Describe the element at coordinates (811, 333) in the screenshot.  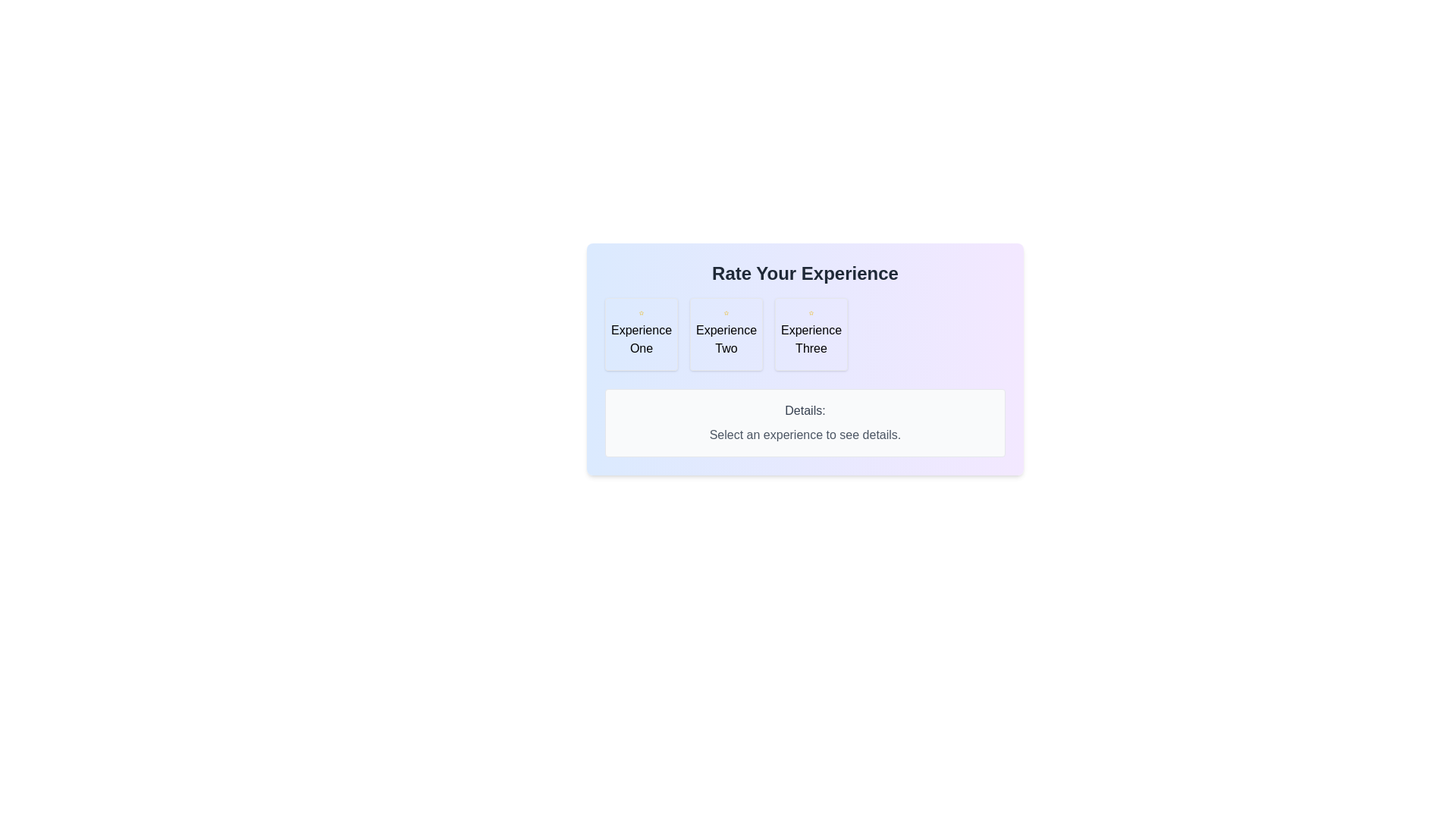
I see `the selectable card representing 'Experience Three', which is the third item in a group of three horizontally aligned cards` at that location.